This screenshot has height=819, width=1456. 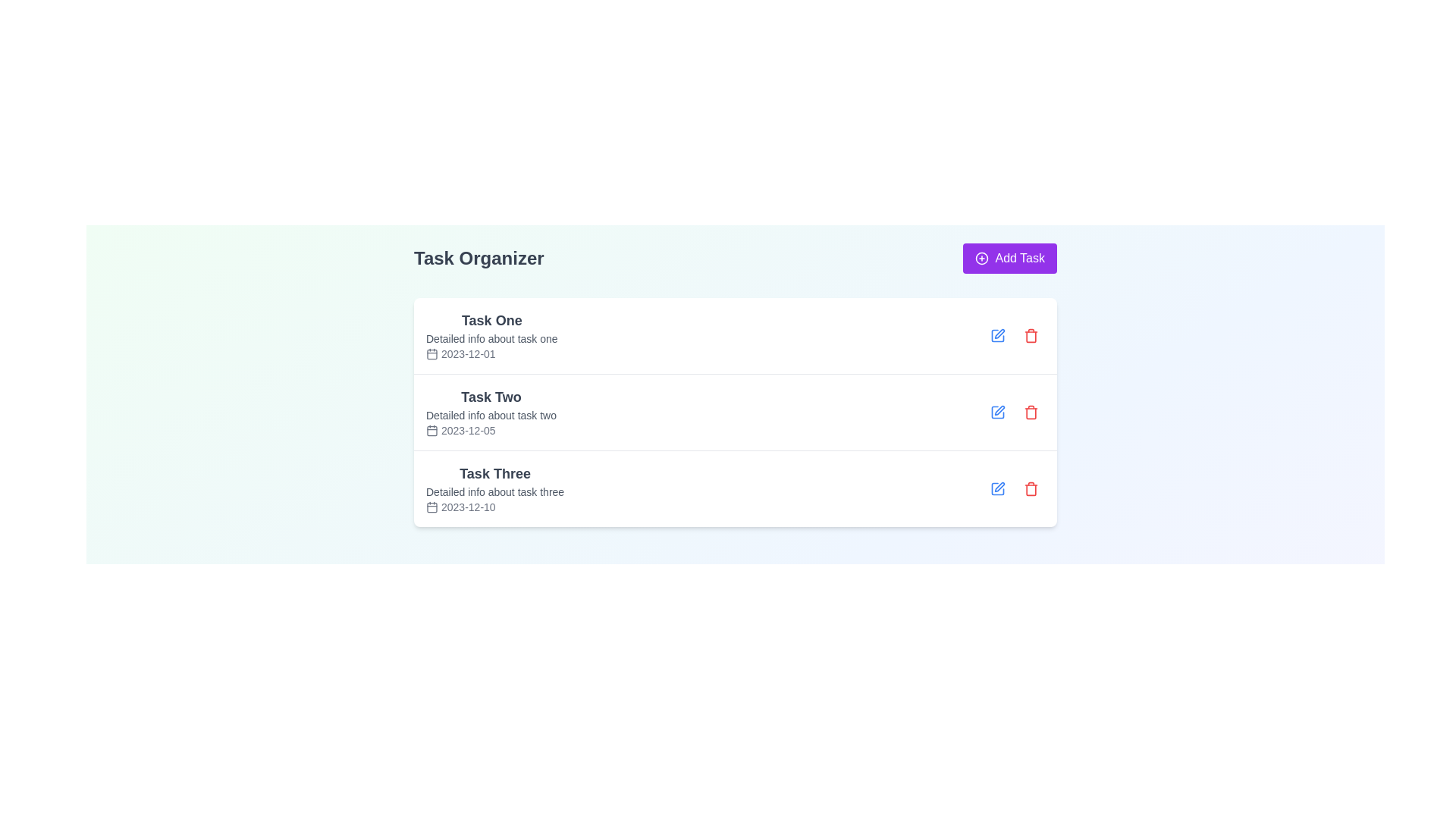 What do you see at coordinates (1031, 412) in the screenshot?
I see `the trash can icon, which is styled in red and located in the top-right corner of the second task card` at bounding box center [1031, 412].